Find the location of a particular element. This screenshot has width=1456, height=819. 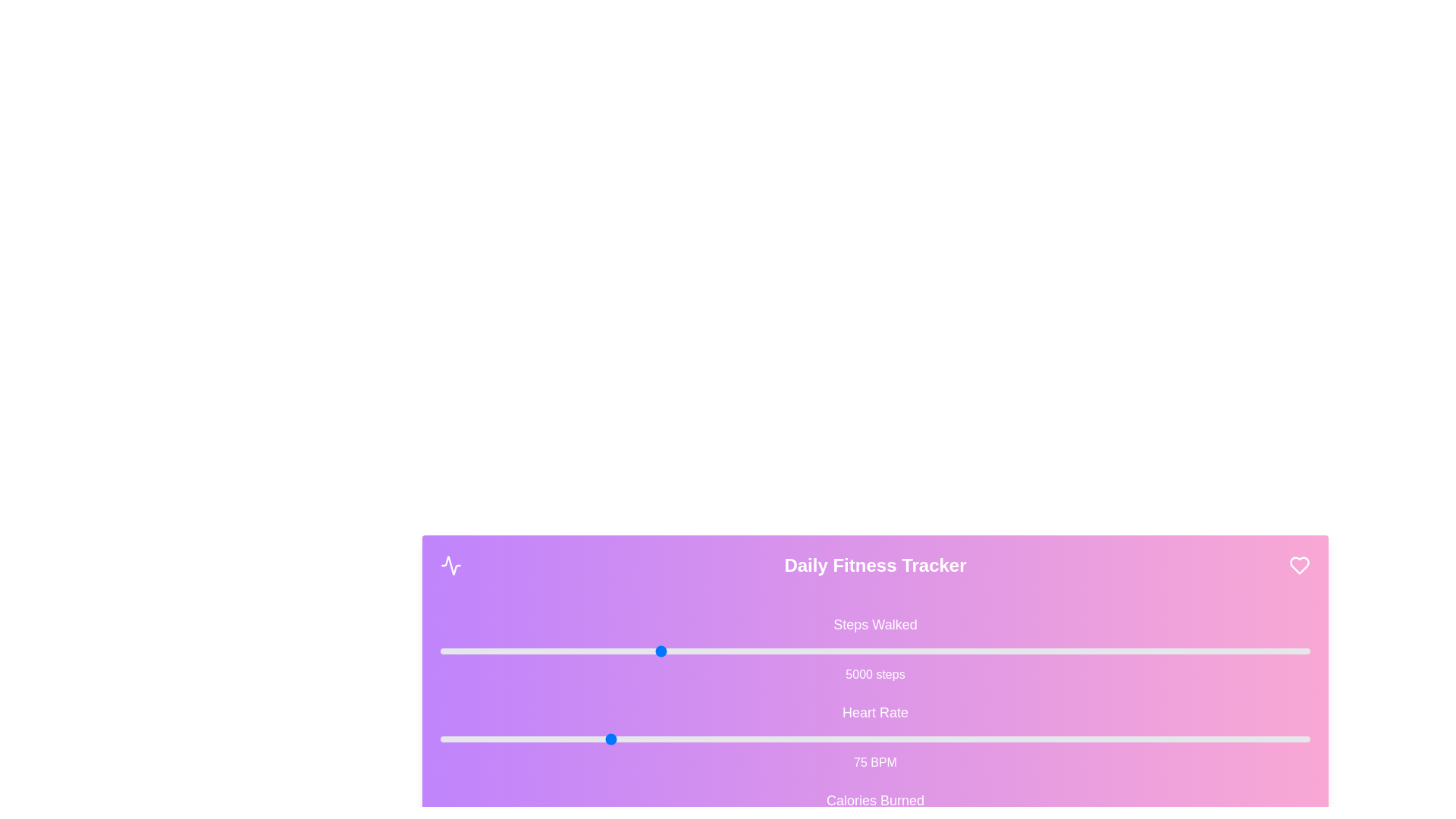

the 'Heart Rate' slider to 64 BPM is located at coordinates (534, 739).